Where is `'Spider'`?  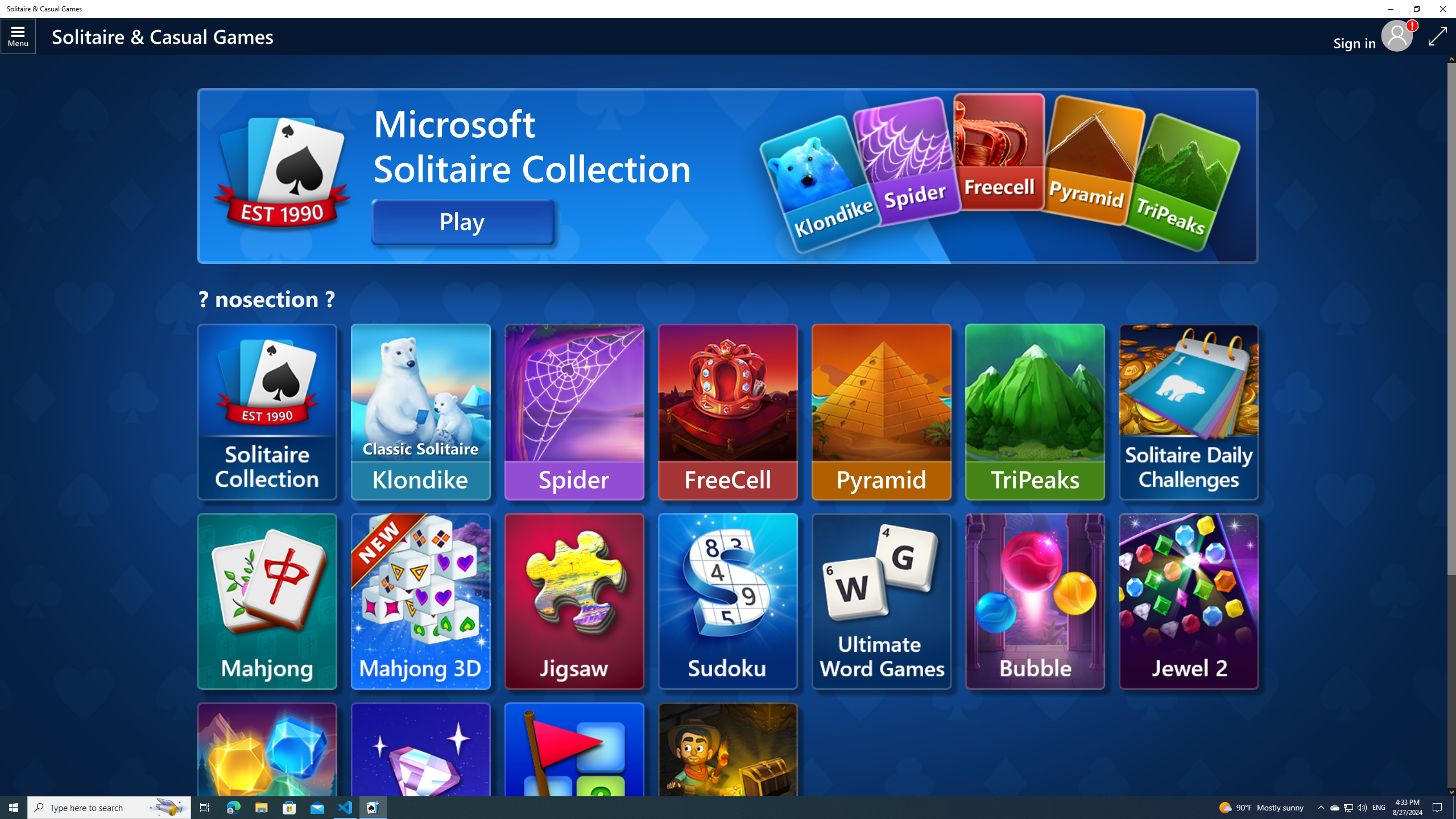 'Spider' is located at coordinates (573, 411).